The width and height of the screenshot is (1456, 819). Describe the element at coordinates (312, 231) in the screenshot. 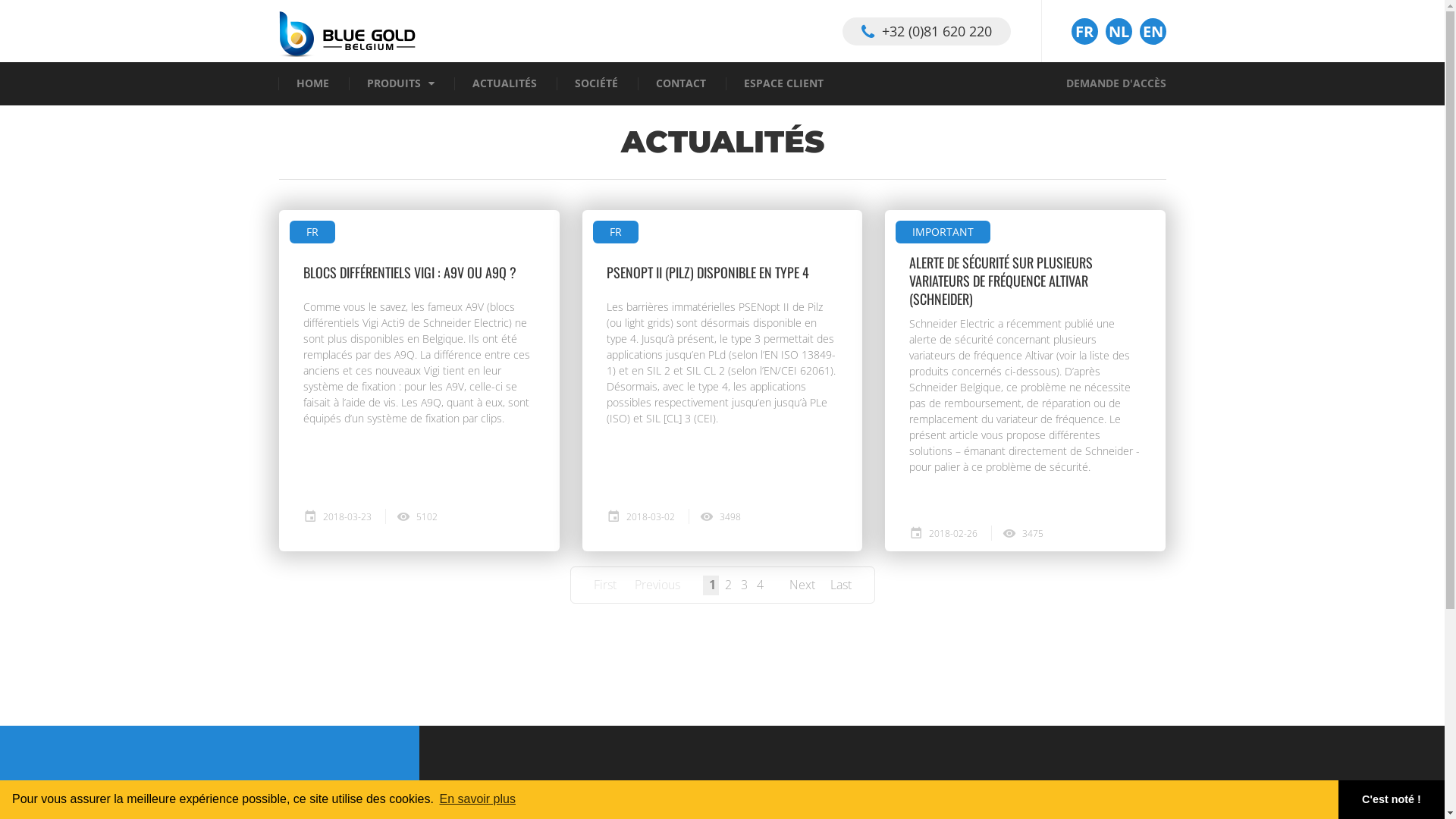

I see `'FR'` at that location.